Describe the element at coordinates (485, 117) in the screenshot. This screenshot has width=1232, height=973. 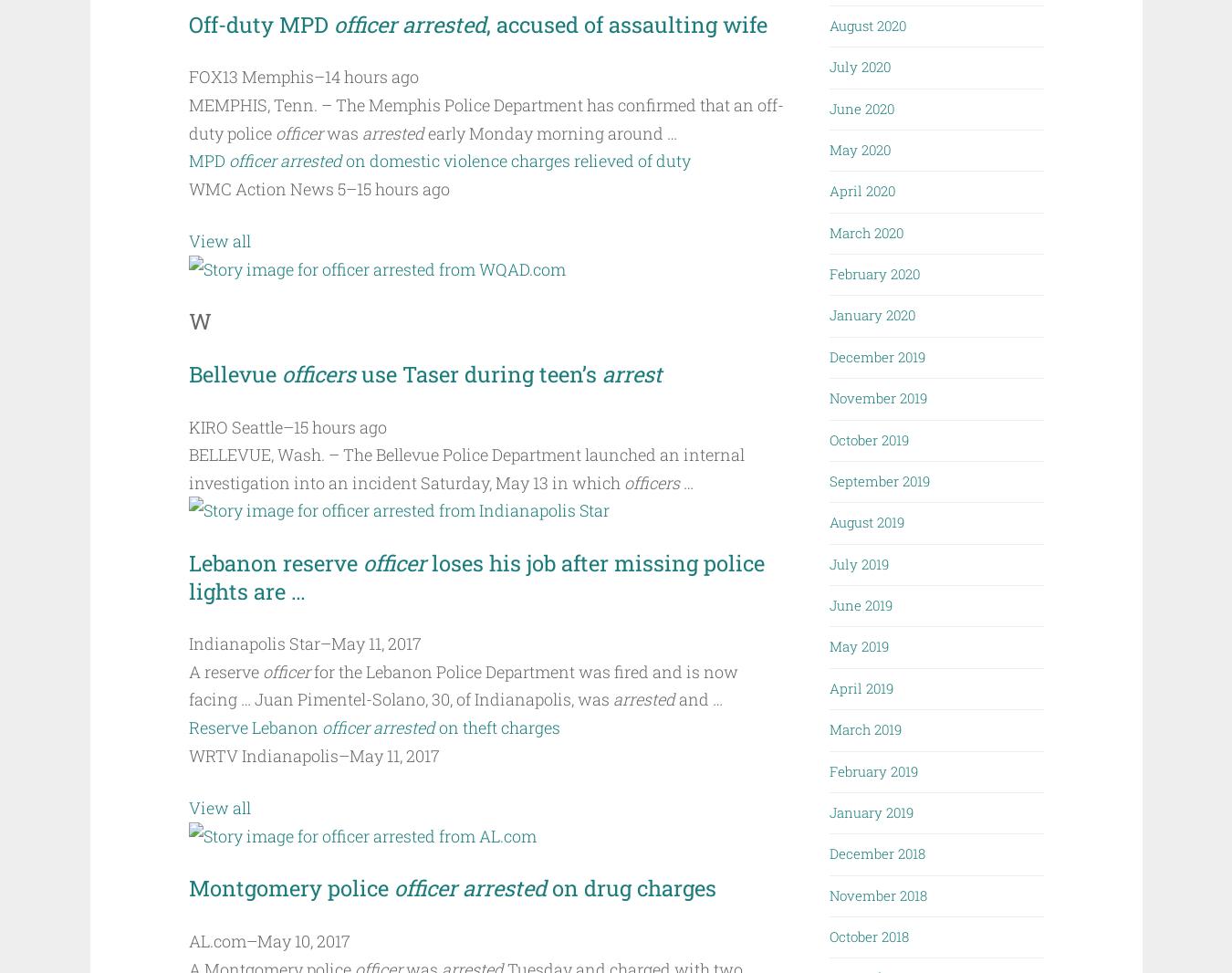
I see `'MEMPHIS, Tenn. – The Memphis Police Department has confirmed that an off-duty police'` at that location.